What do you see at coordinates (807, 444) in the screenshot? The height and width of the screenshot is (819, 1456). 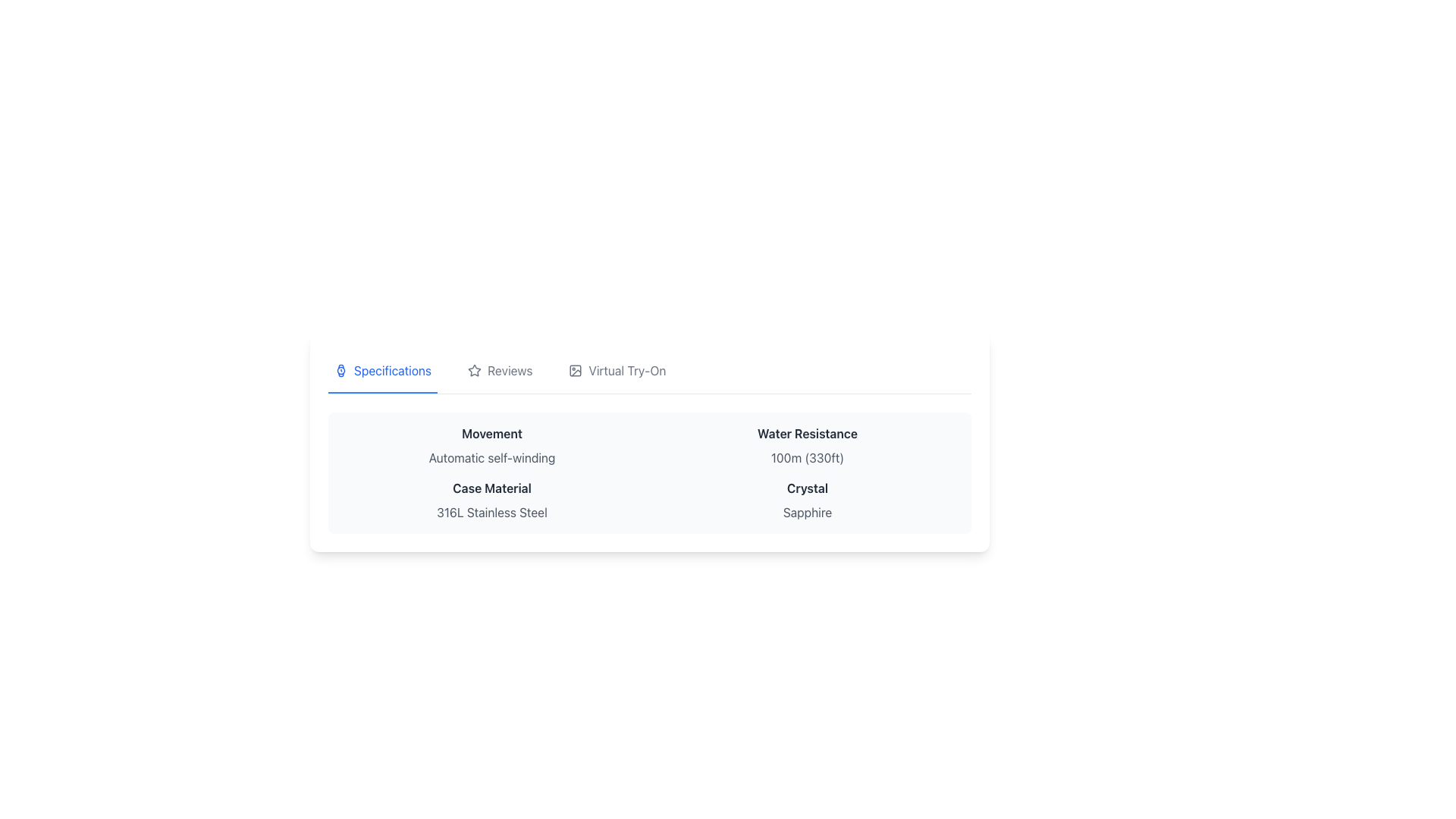 I see `the text element that provides information about the water resistance capability of the product, located in the right column, second row of the grid layout, under the 'Movement' section` at bounding box center [807, 444].